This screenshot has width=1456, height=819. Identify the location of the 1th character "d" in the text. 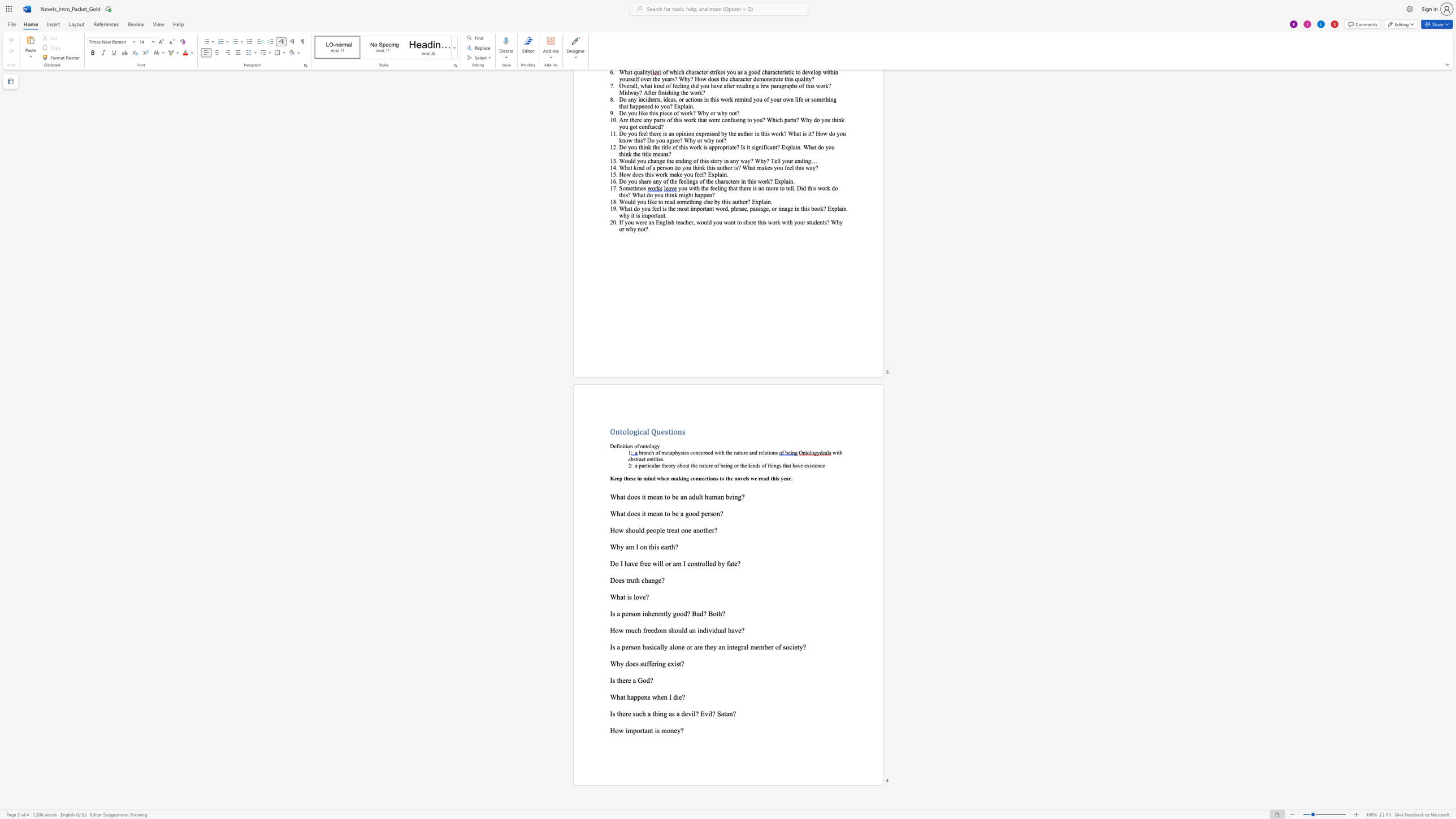
(683, 714).